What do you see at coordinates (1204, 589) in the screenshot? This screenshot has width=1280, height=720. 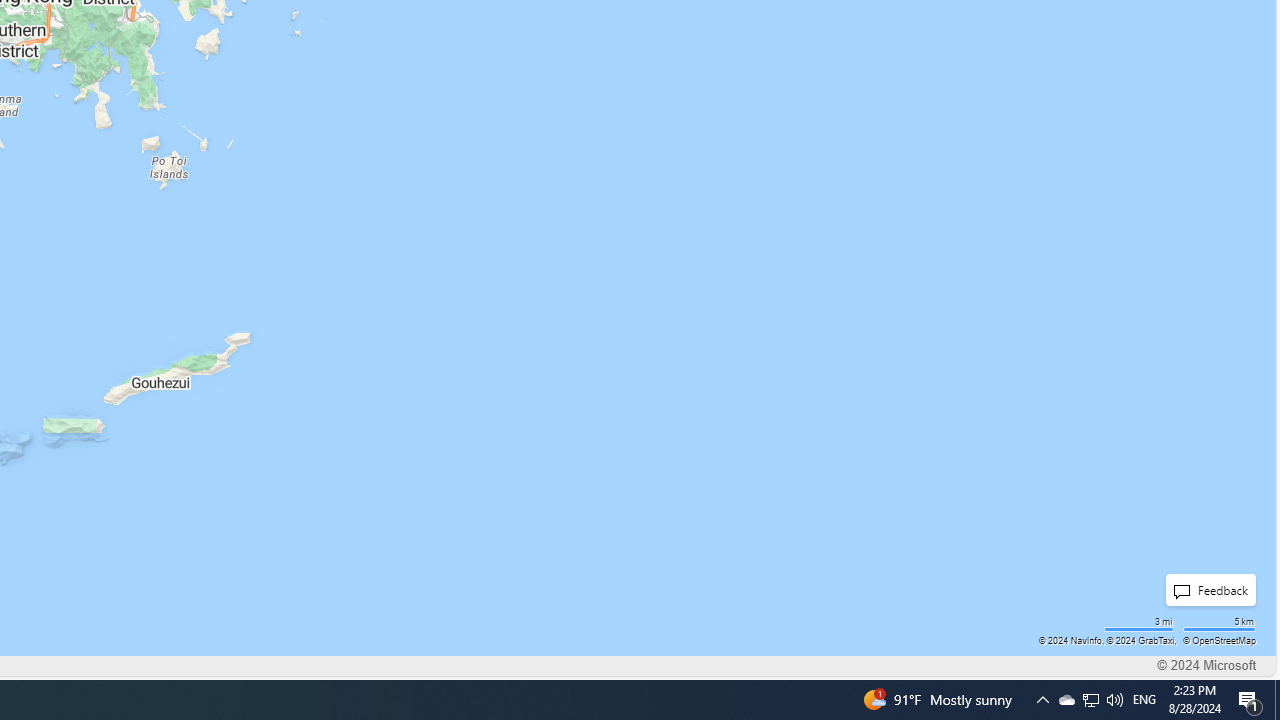 I see `'Feedback'` at bounding box center [1204, 589].